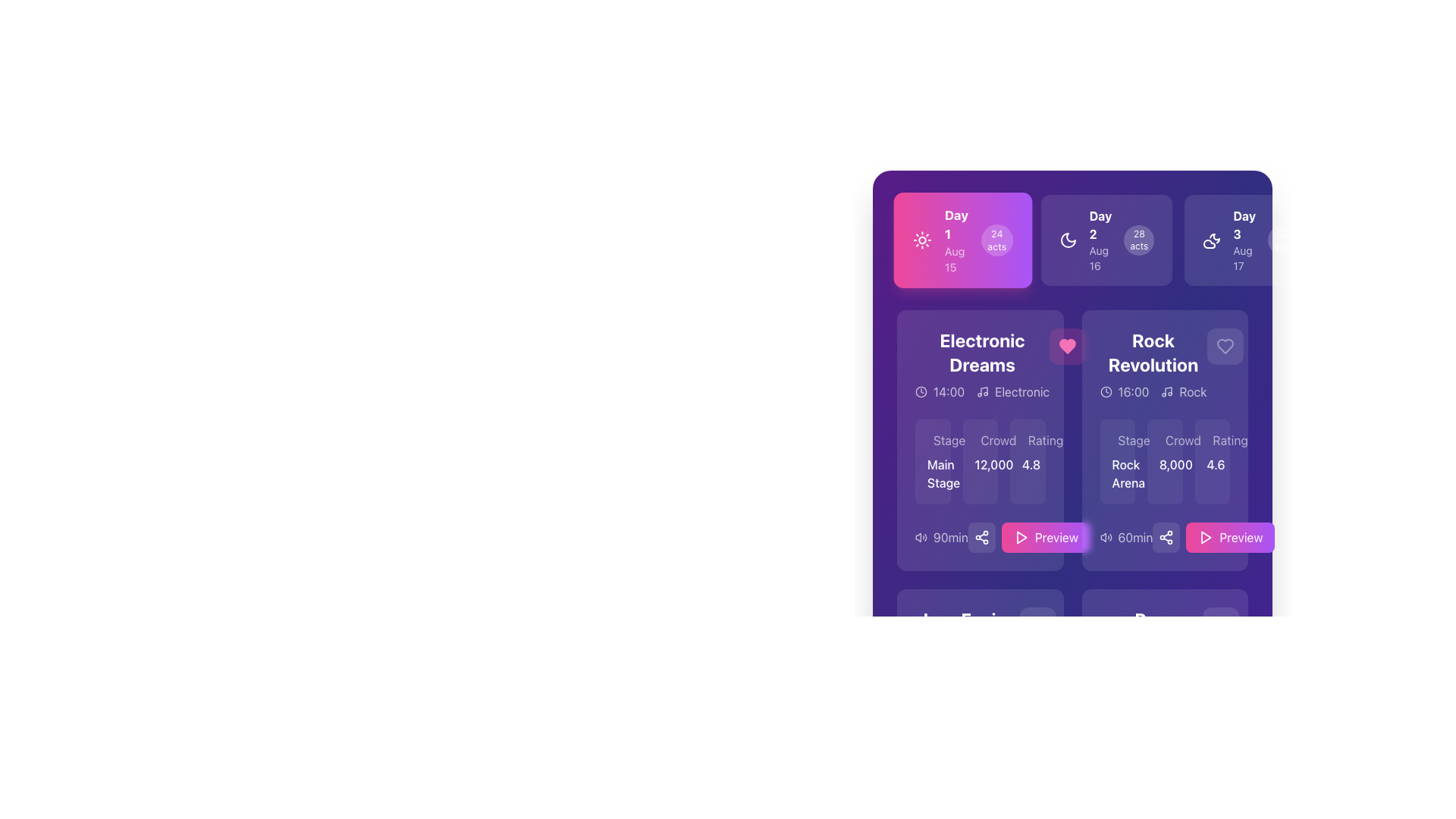 This screenshot has height=819, width=1456. What do you see at coordinates (1204, 537) in the screenshot?
I see `the play icon located at the center of the 'Preview' button, which is the lower-right action button under the 'Rock Revolution' card, to initiate playback` at bounding box center [1204, 537].